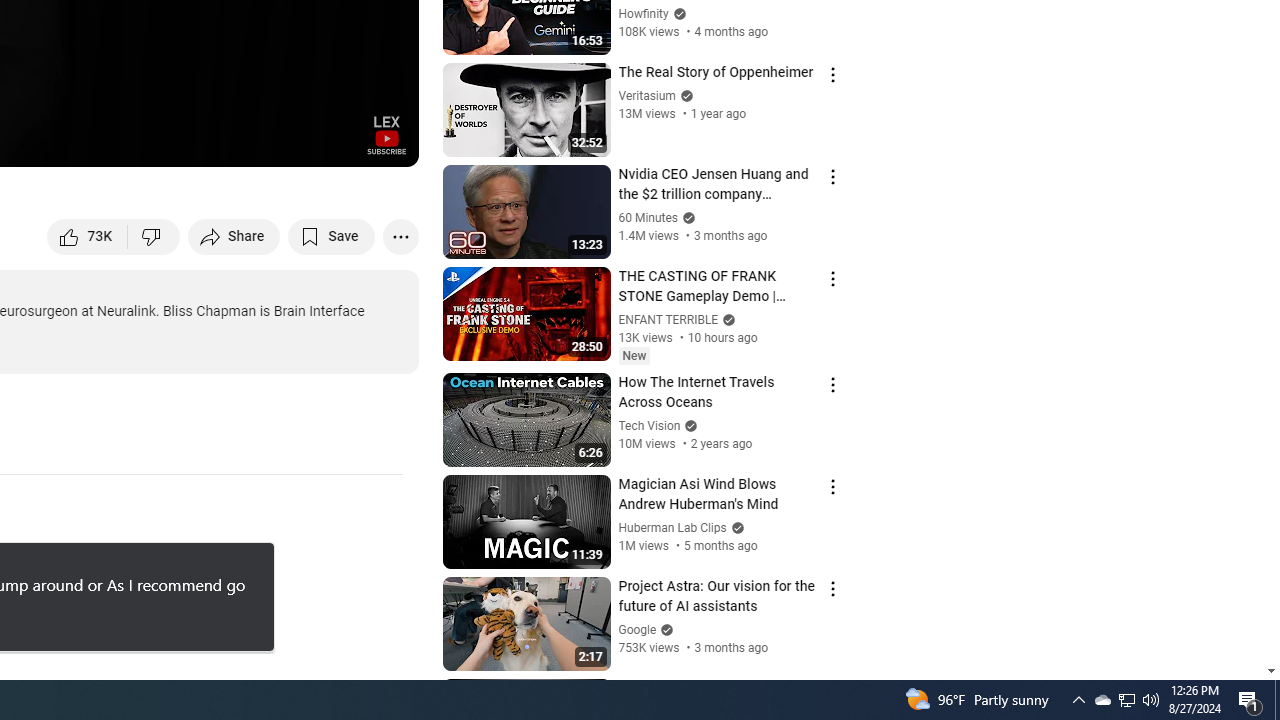 This screenshot has height=720, width=1280. I want to click on 'Full screen (f)', so click(382, 141).